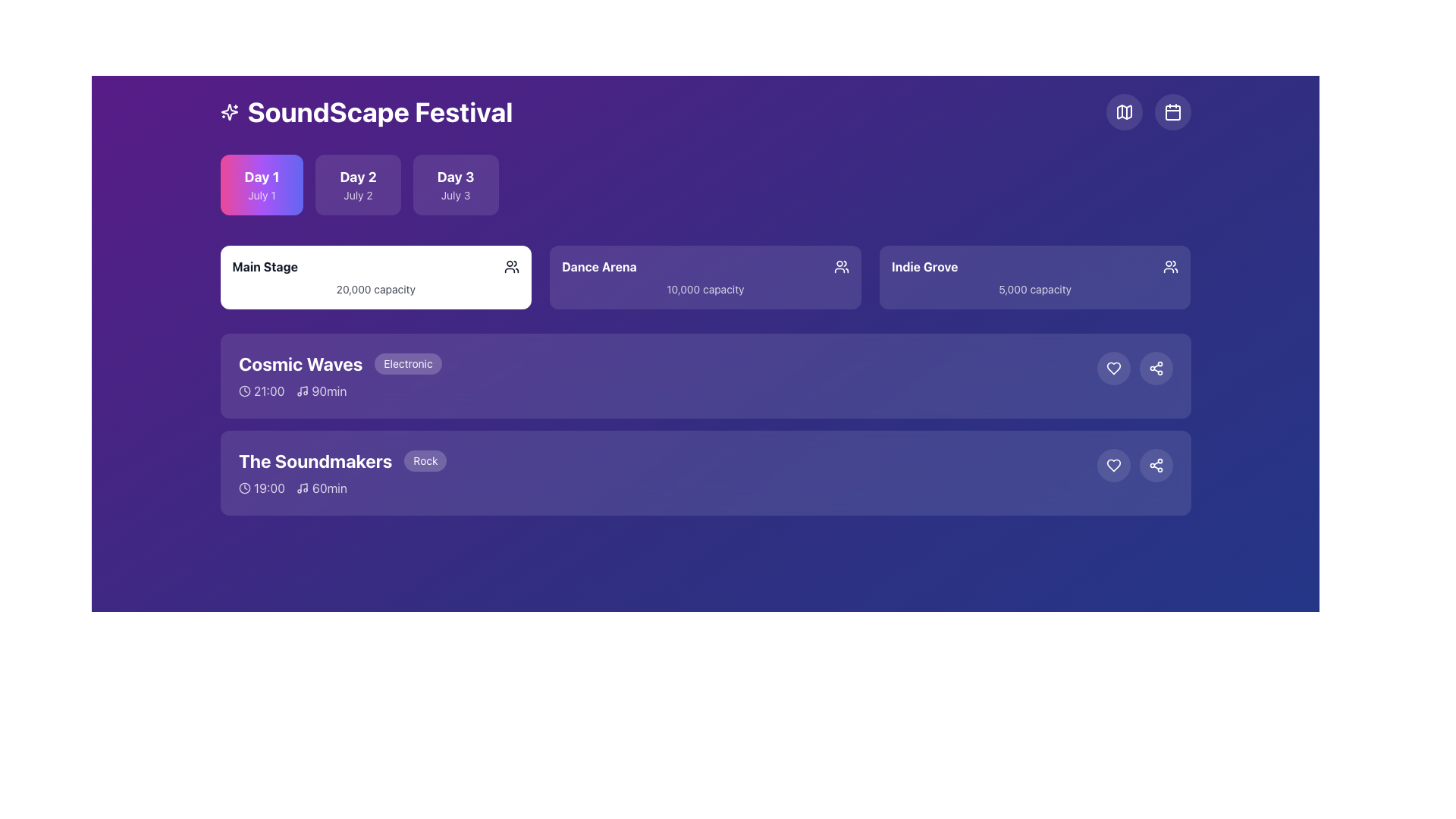 The image size is (1456, 819). Describe the element at coordinates (455, 195) in the screenshot. I see `text displayed as 'July 3' located in the second line of the rectangular card labeled 'Day 3.'` at that location.